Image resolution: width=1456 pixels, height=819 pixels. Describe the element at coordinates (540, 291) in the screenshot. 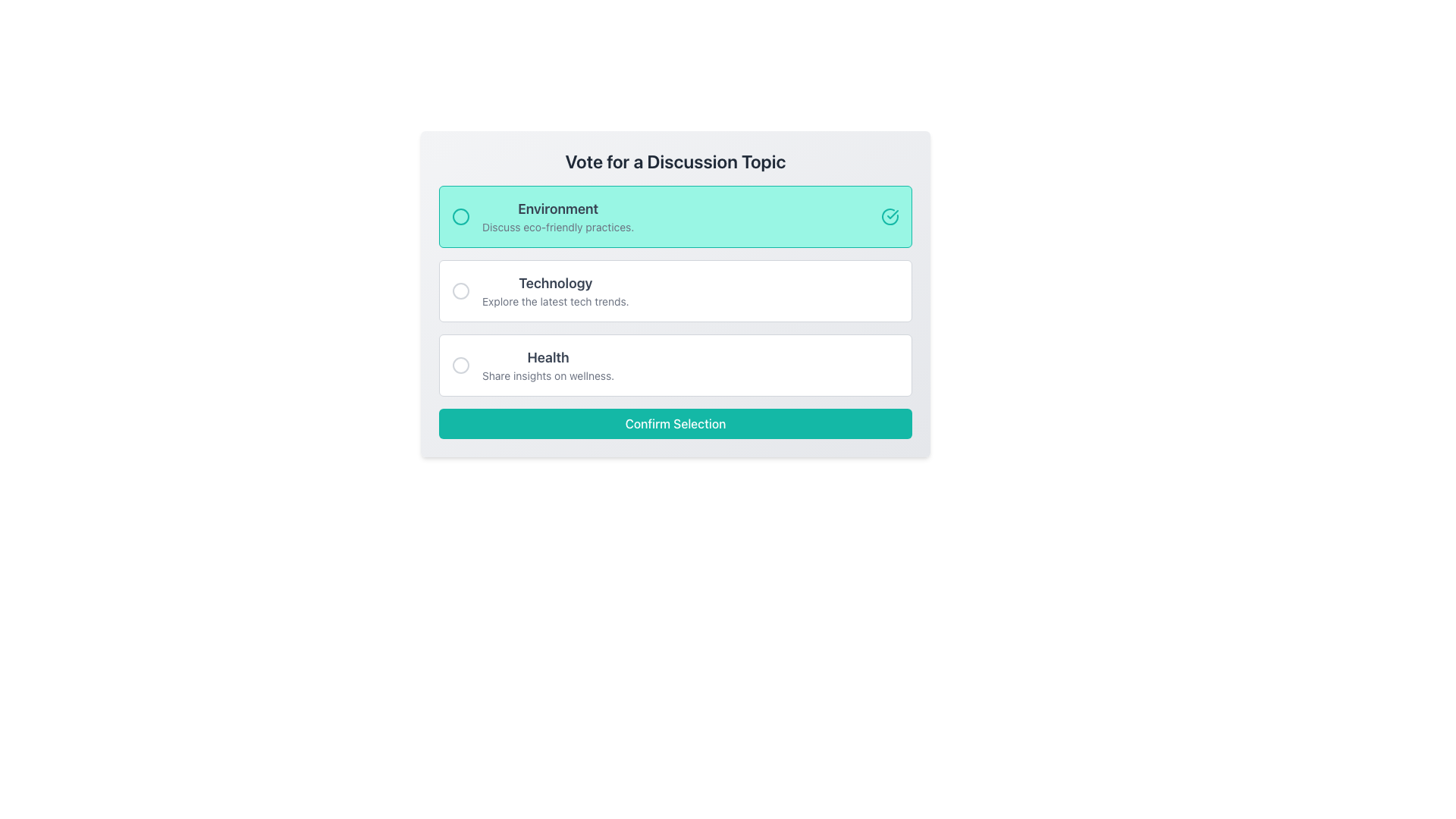

I see `text of the second list item labeled 'Technology' which is positioned below 'Environment' and above 'Health'` at that location.